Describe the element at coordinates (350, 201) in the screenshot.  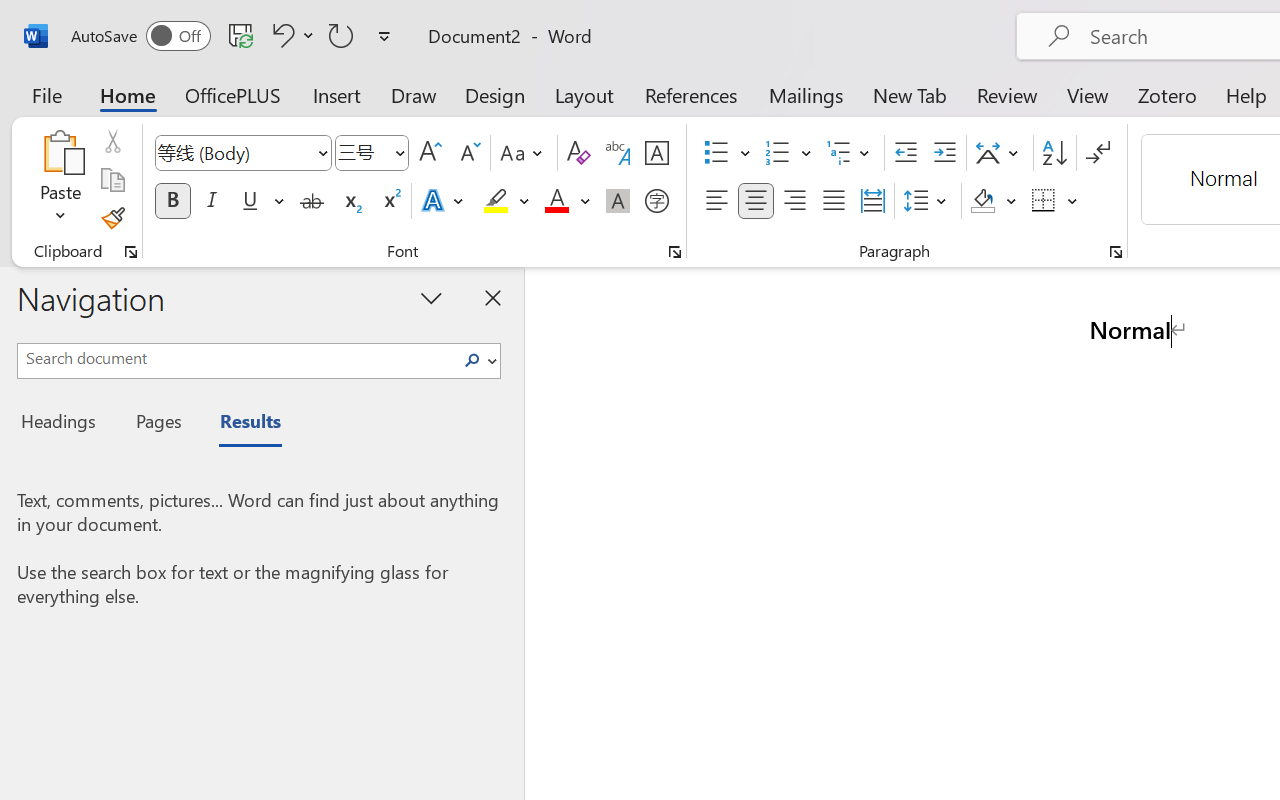
I see `'Subscript'` at that location.